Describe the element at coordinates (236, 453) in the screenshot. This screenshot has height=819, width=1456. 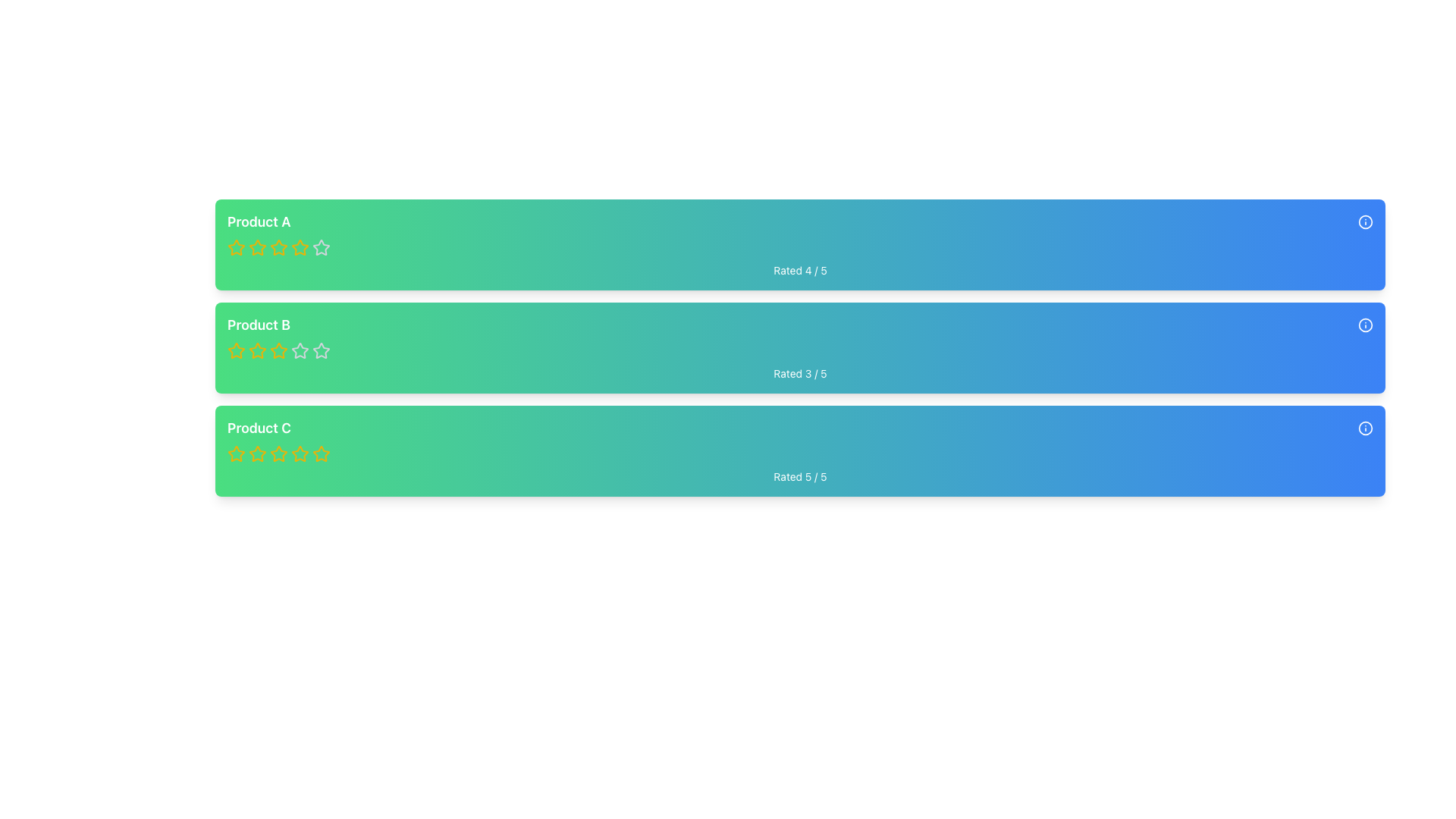
I see `first rating star icon for 'Product C' to receive visual feedback on its state` at that location.